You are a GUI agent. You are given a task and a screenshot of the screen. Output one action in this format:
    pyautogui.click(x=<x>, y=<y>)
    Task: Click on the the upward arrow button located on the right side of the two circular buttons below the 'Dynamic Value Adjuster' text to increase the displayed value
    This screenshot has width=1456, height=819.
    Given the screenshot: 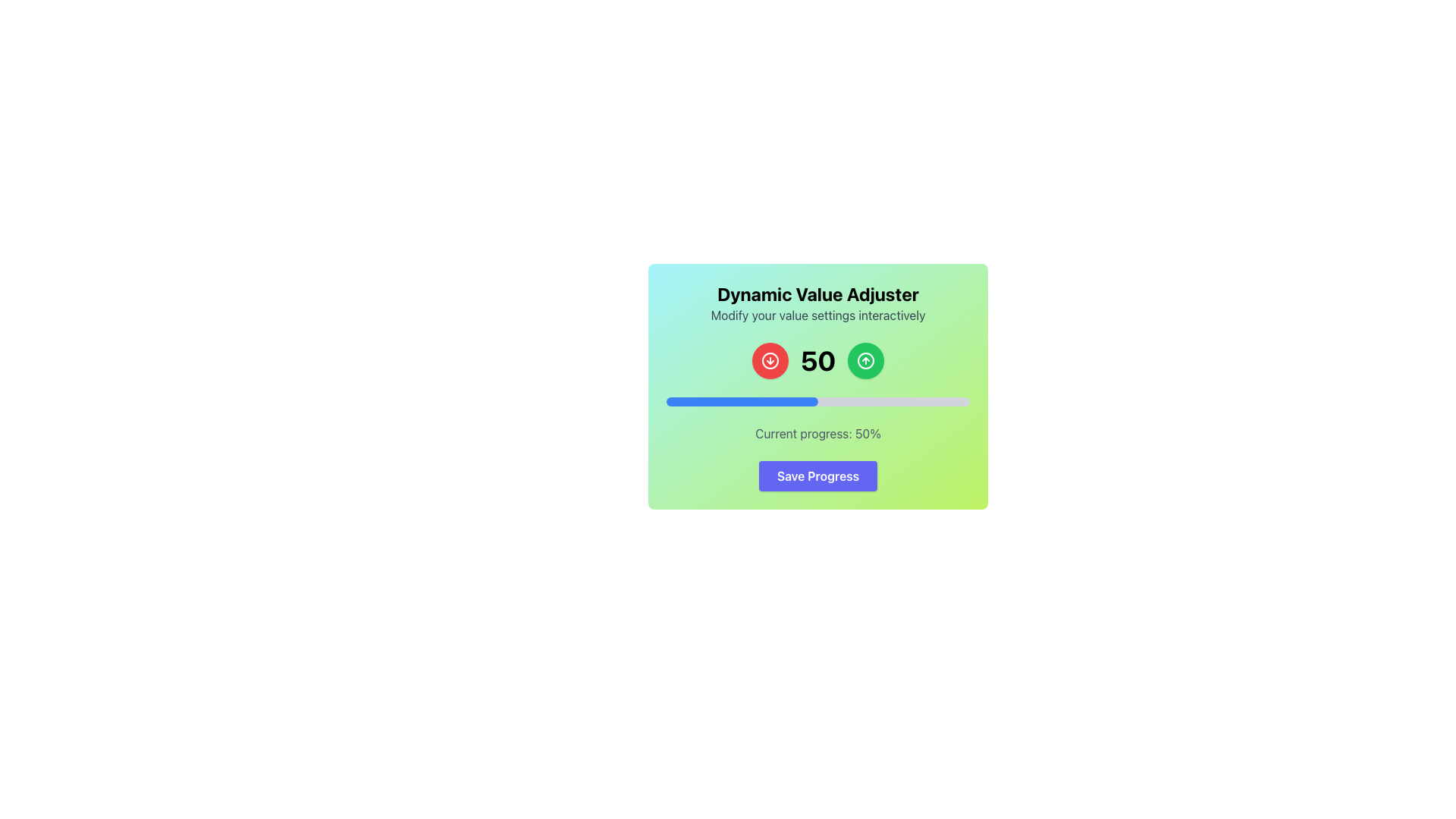 What is the action you would take?
    pyautogui.click(x=866, y=360)
    